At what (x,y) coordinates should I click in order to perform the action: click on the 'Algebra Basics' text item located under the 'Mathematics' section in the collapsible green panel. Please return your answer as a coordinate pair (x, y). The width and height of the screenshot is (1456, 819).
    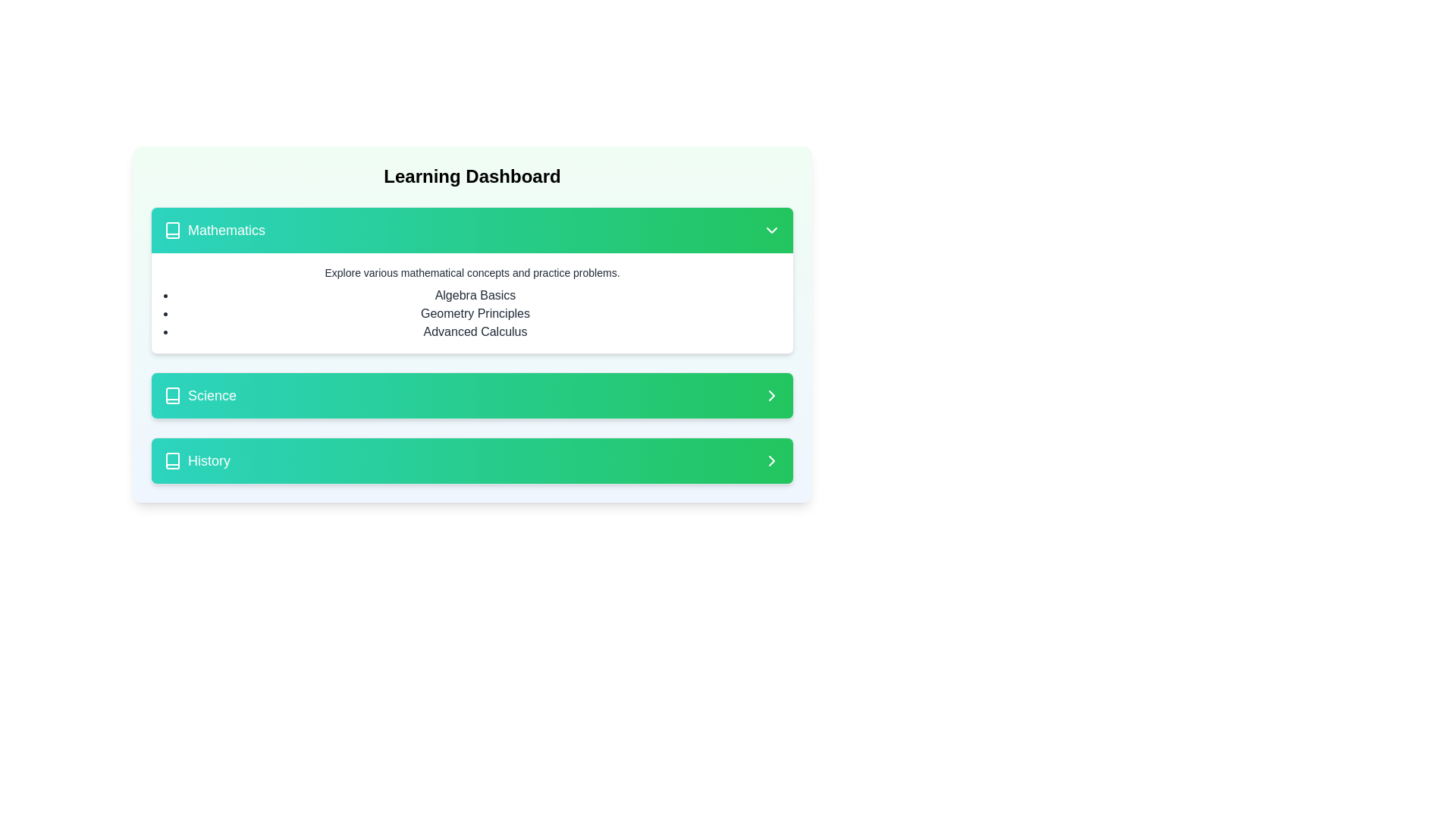
    Looking at the image, I should click on (475, 295).